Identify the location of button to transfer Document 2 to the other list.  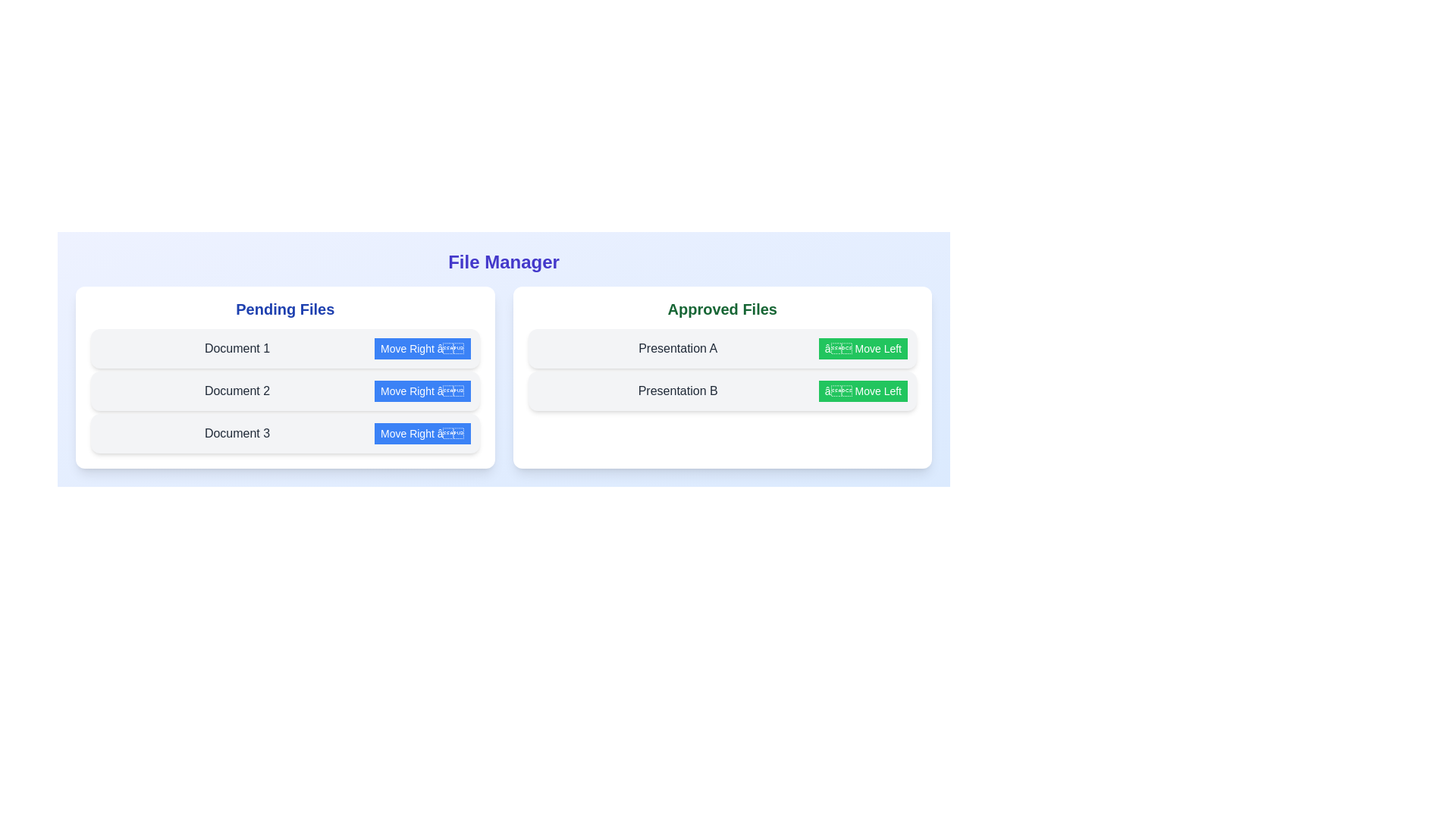
(422, 391).